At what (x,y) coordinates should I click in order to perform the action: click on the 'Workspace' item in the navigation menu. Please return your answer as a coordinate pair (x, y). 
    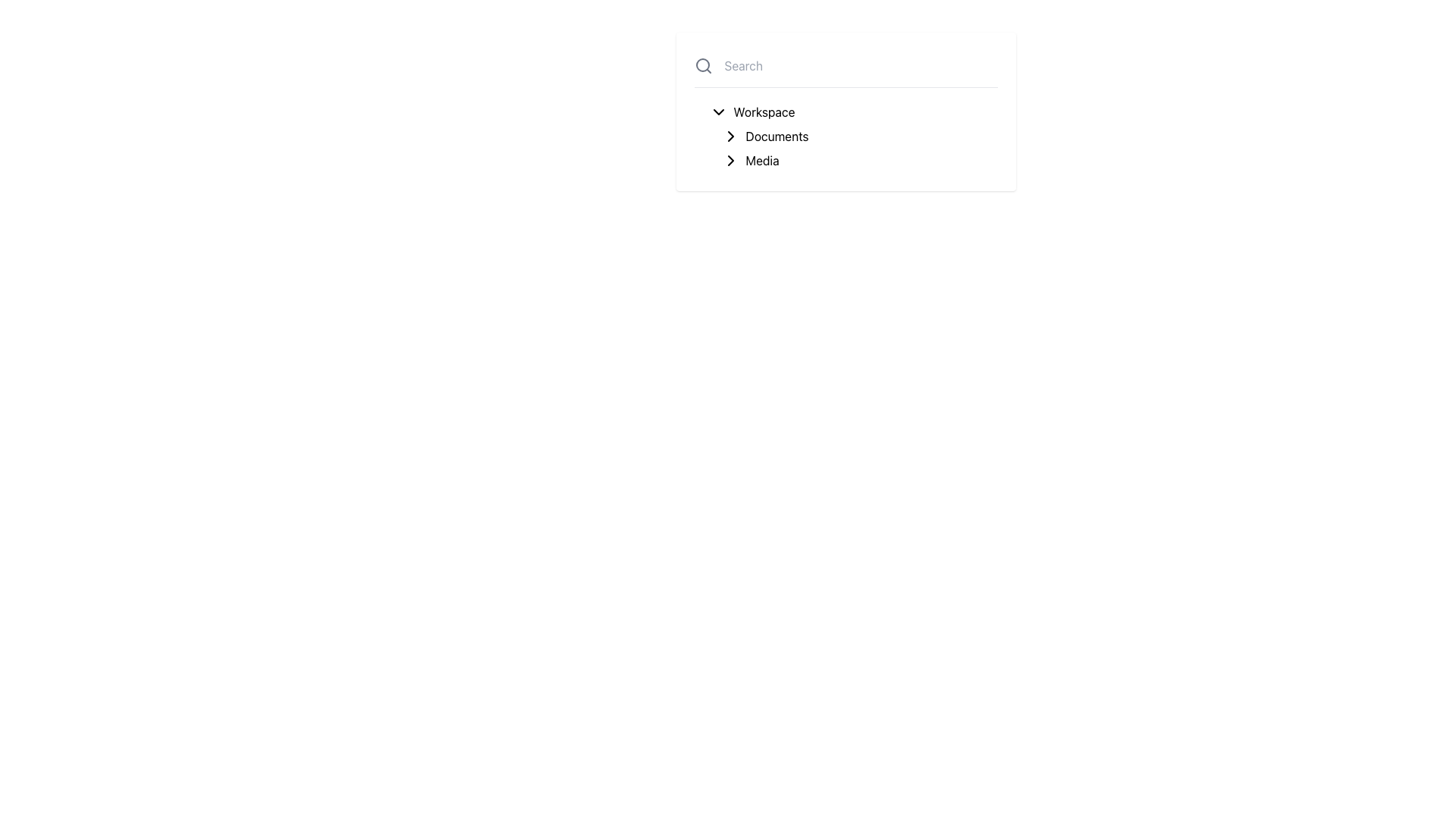
    Looking at the image, I should click on (845, 111).